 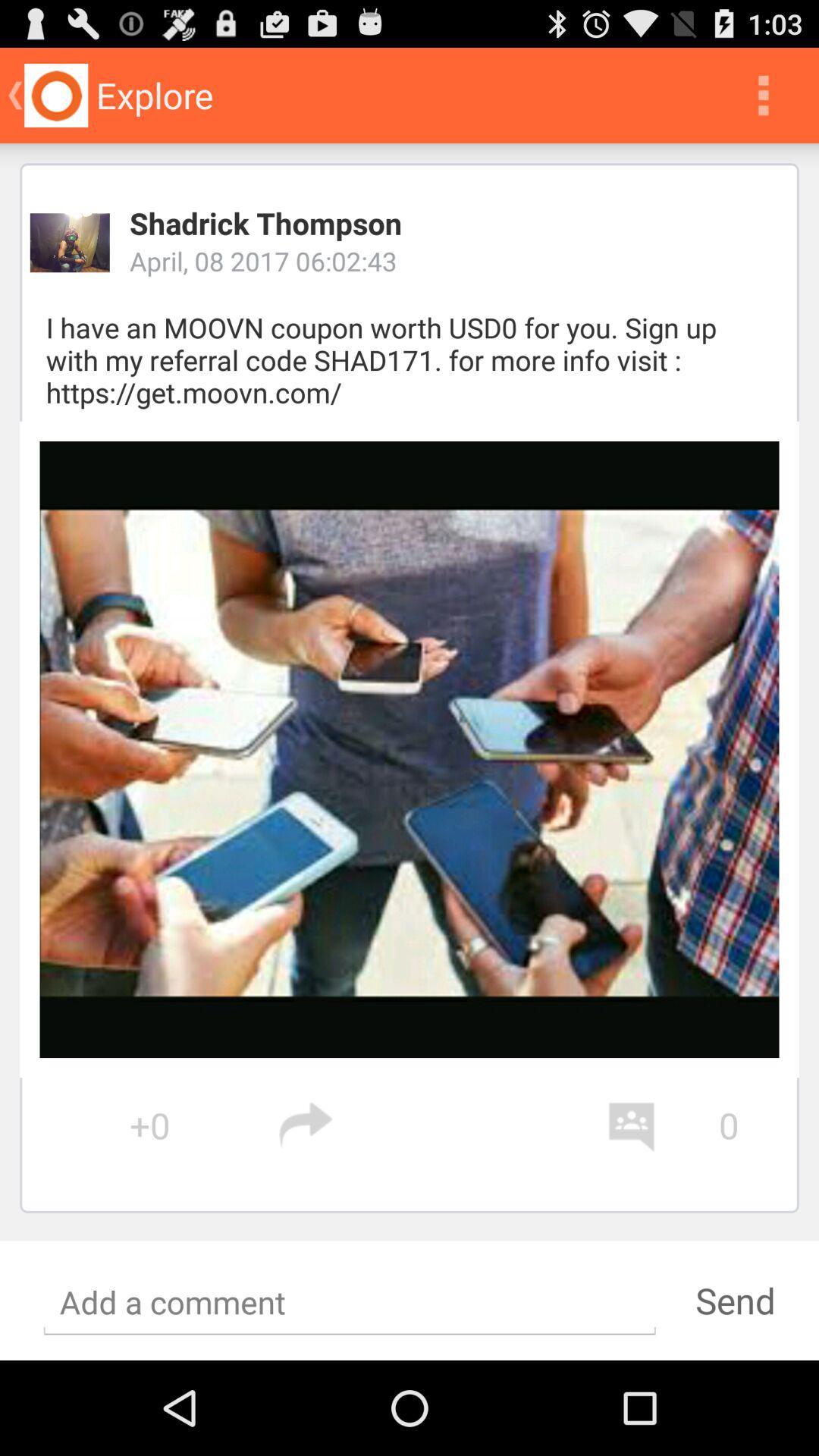 I want to click on app above the i have an icon, so click(x=70, y=243).